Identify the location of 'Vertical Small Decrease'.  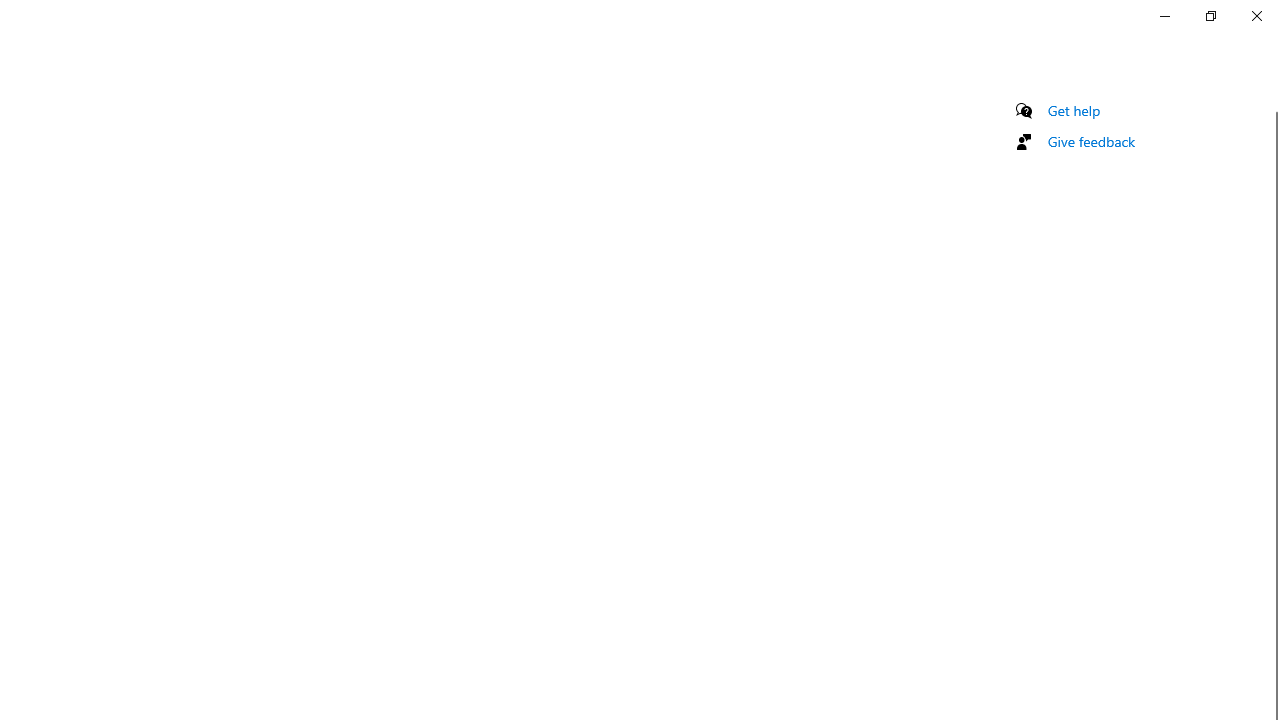
(1271, 104).